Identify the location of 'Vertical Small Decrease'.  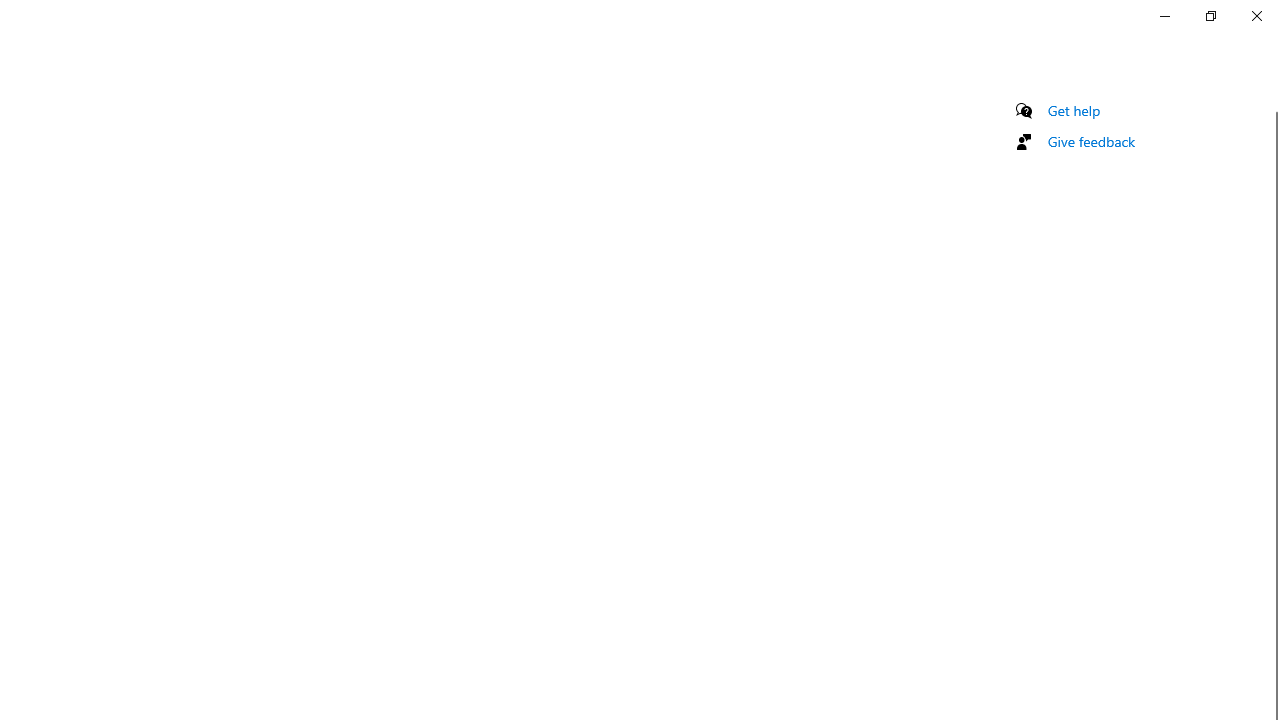
(1271, 104).